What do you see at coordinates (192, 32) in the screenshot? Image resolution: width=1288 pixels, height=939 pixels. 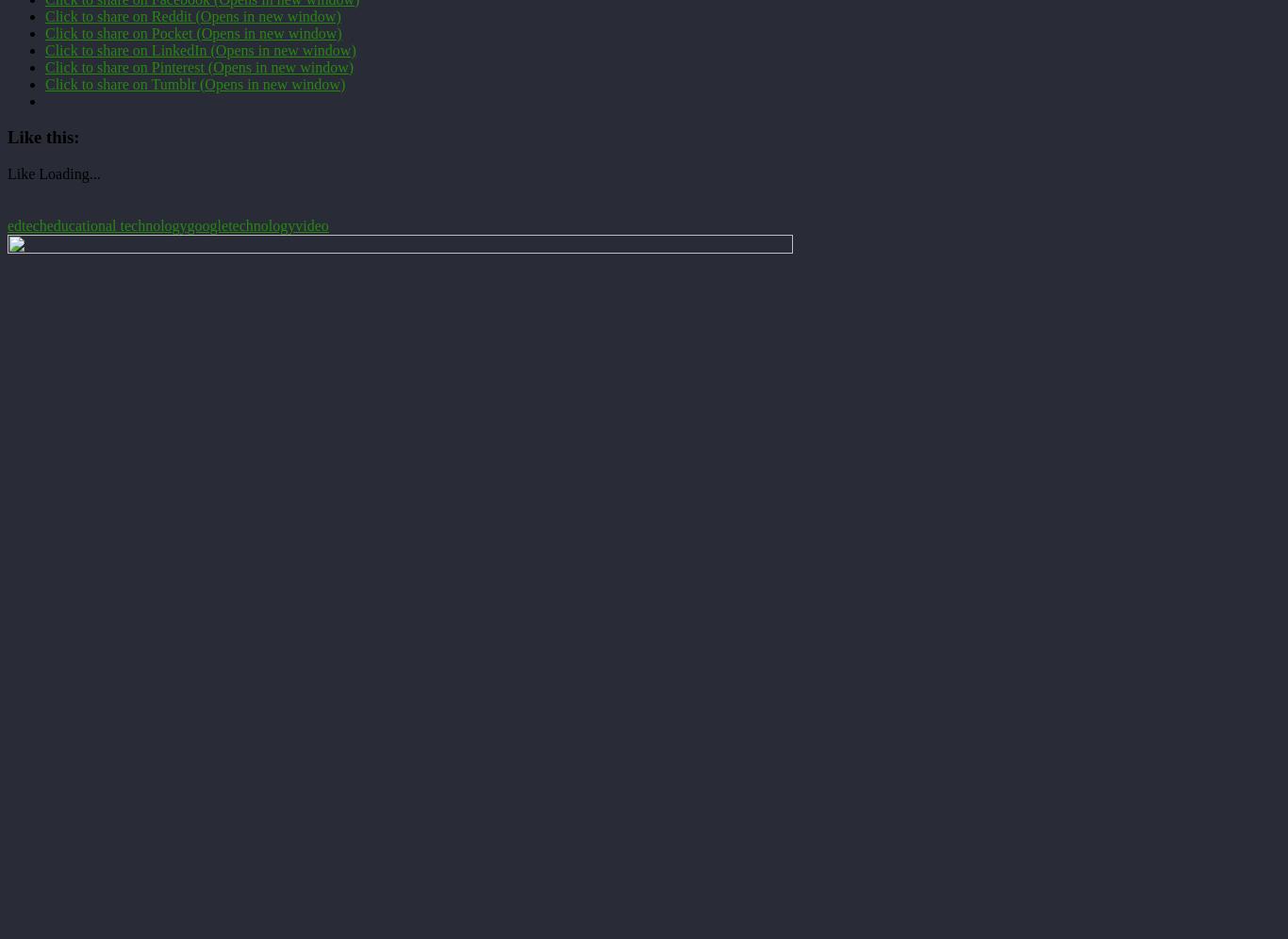 I see `'Click to share on Pocket (Opens in new window)'` at bounding box center [192, 32].